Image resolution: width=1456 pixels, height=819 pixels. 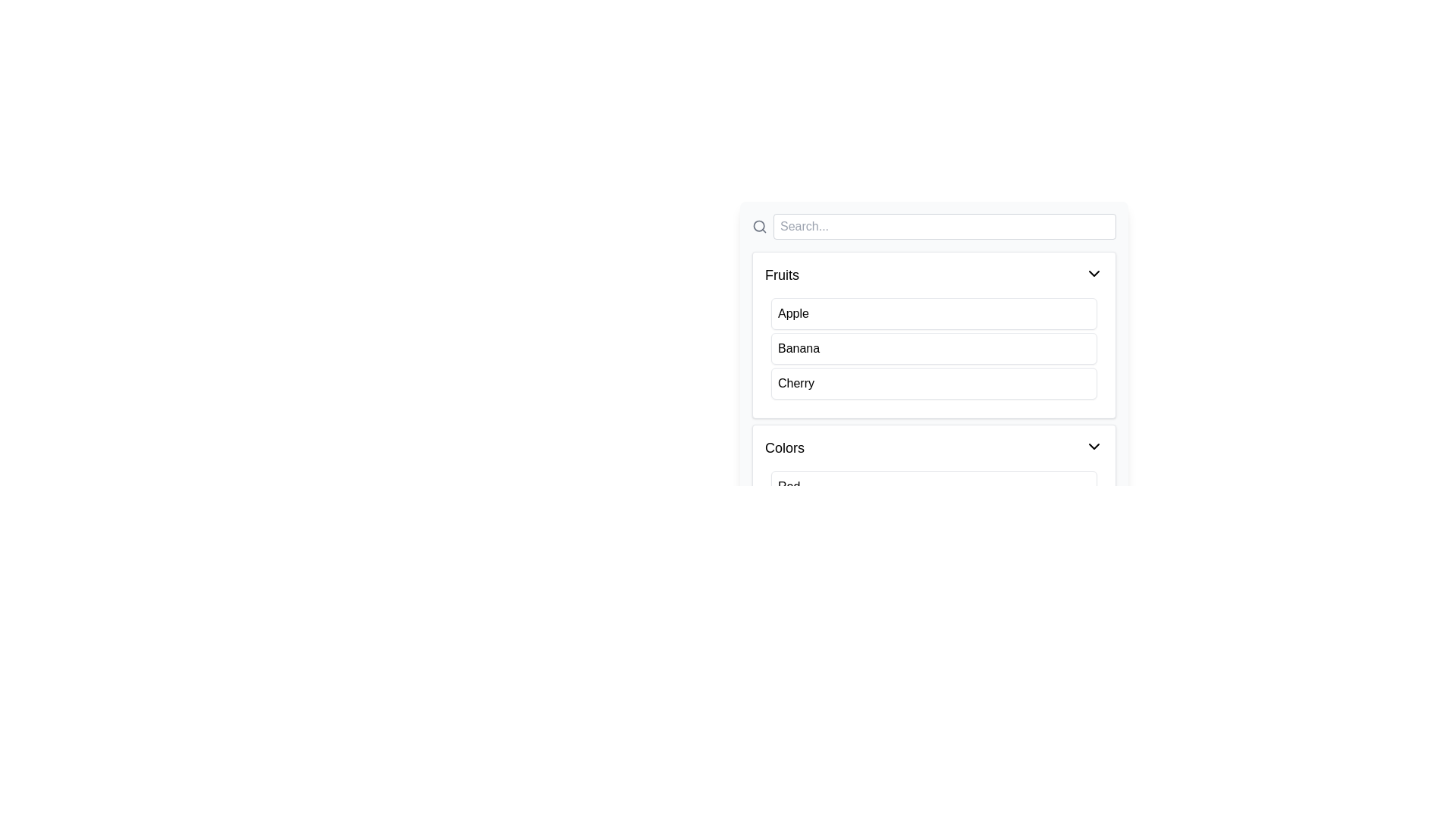 I want to click on the downward-pointing chevron icon next to the 'Fruits' label, so click(x=1094, y=274).